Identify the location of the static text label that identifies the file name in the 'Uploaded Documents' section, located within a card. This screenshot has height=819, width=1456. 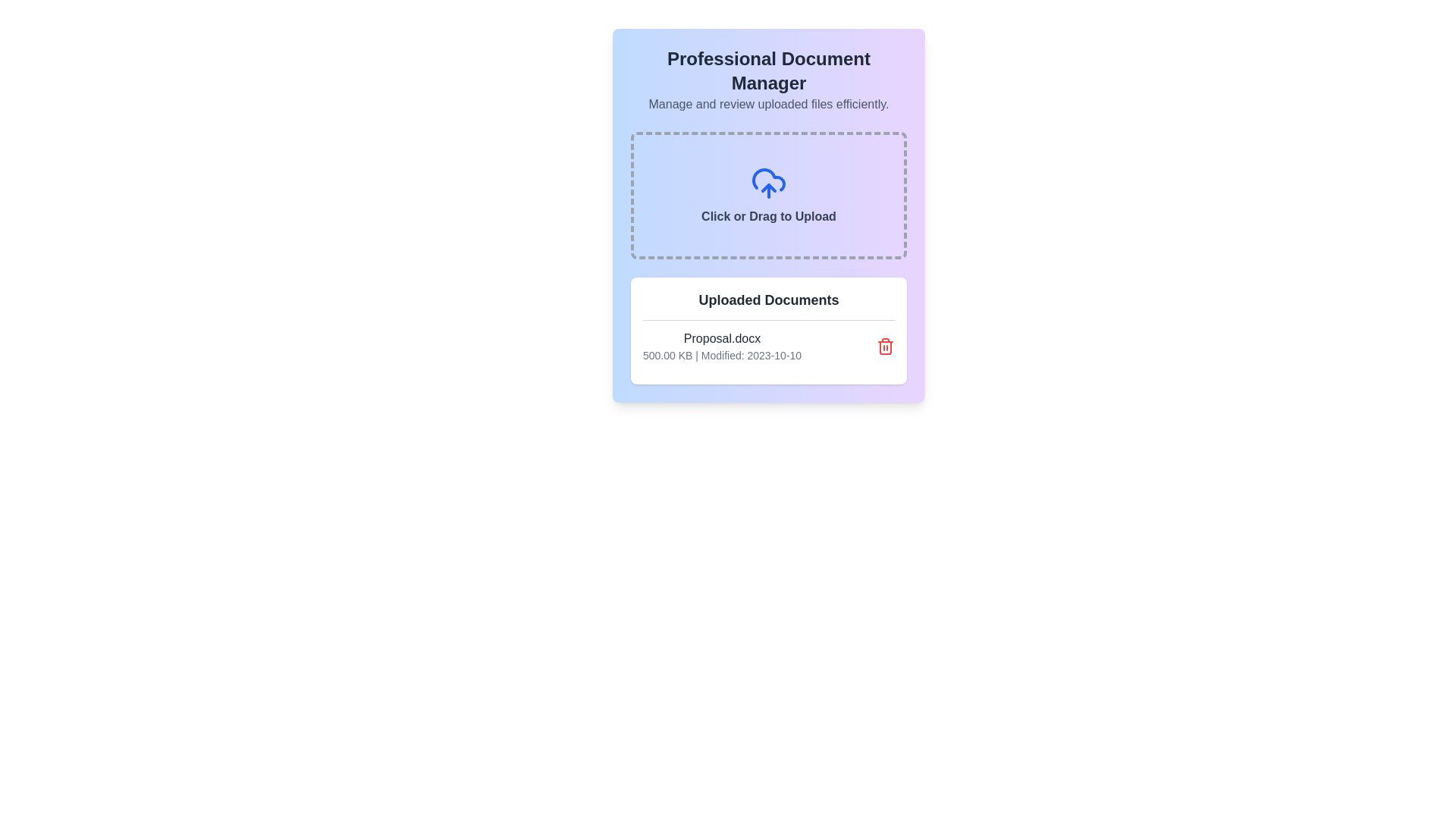
(721, 338).